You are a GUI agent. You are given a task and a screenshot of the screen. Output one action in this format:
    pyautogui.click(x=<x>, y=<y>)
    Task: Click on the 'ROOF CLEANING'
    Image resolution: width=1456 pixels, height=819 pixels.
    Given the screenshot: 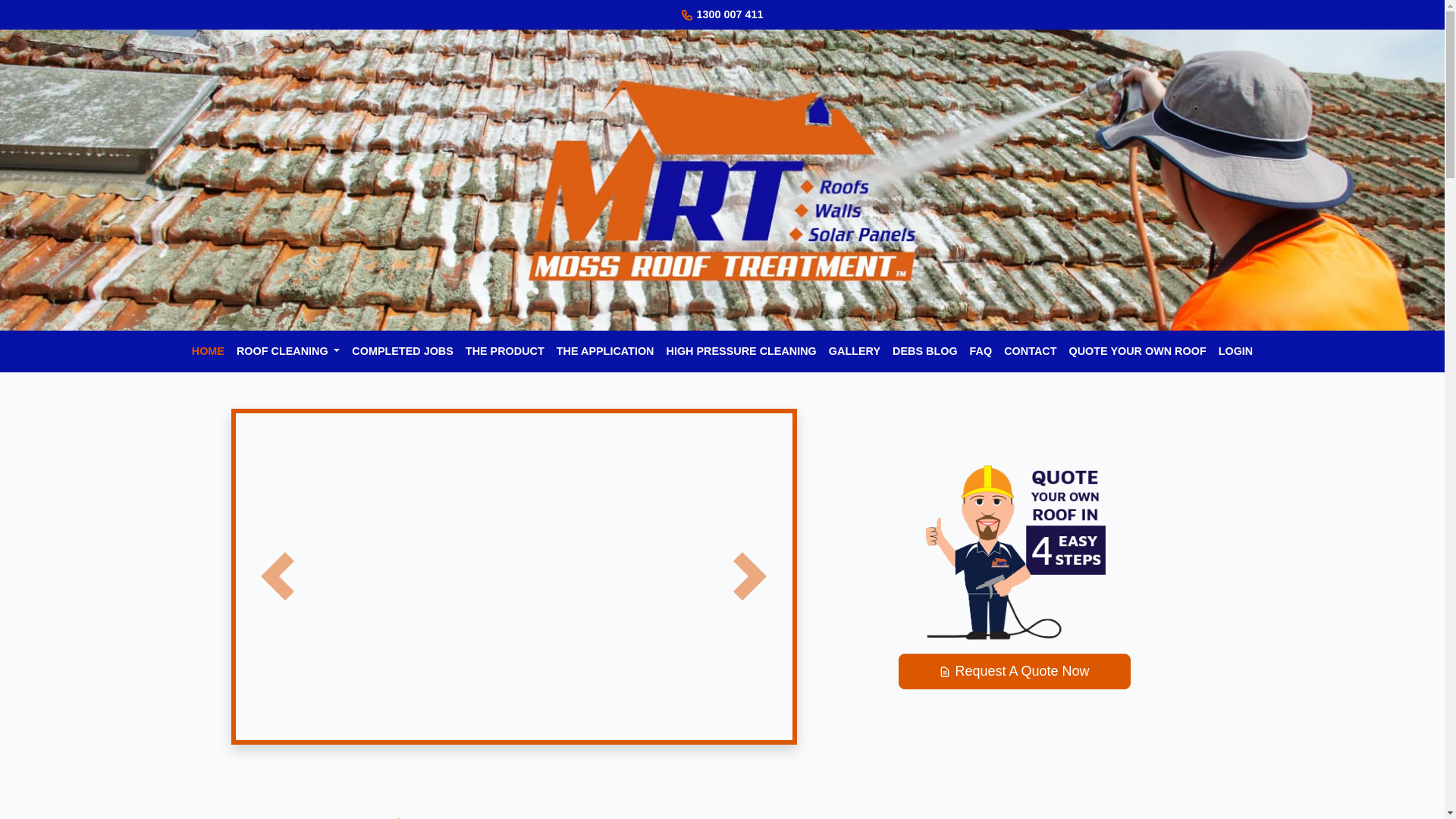 What is the action you would take?
    pyautogui.click(x=287, y=351)
    